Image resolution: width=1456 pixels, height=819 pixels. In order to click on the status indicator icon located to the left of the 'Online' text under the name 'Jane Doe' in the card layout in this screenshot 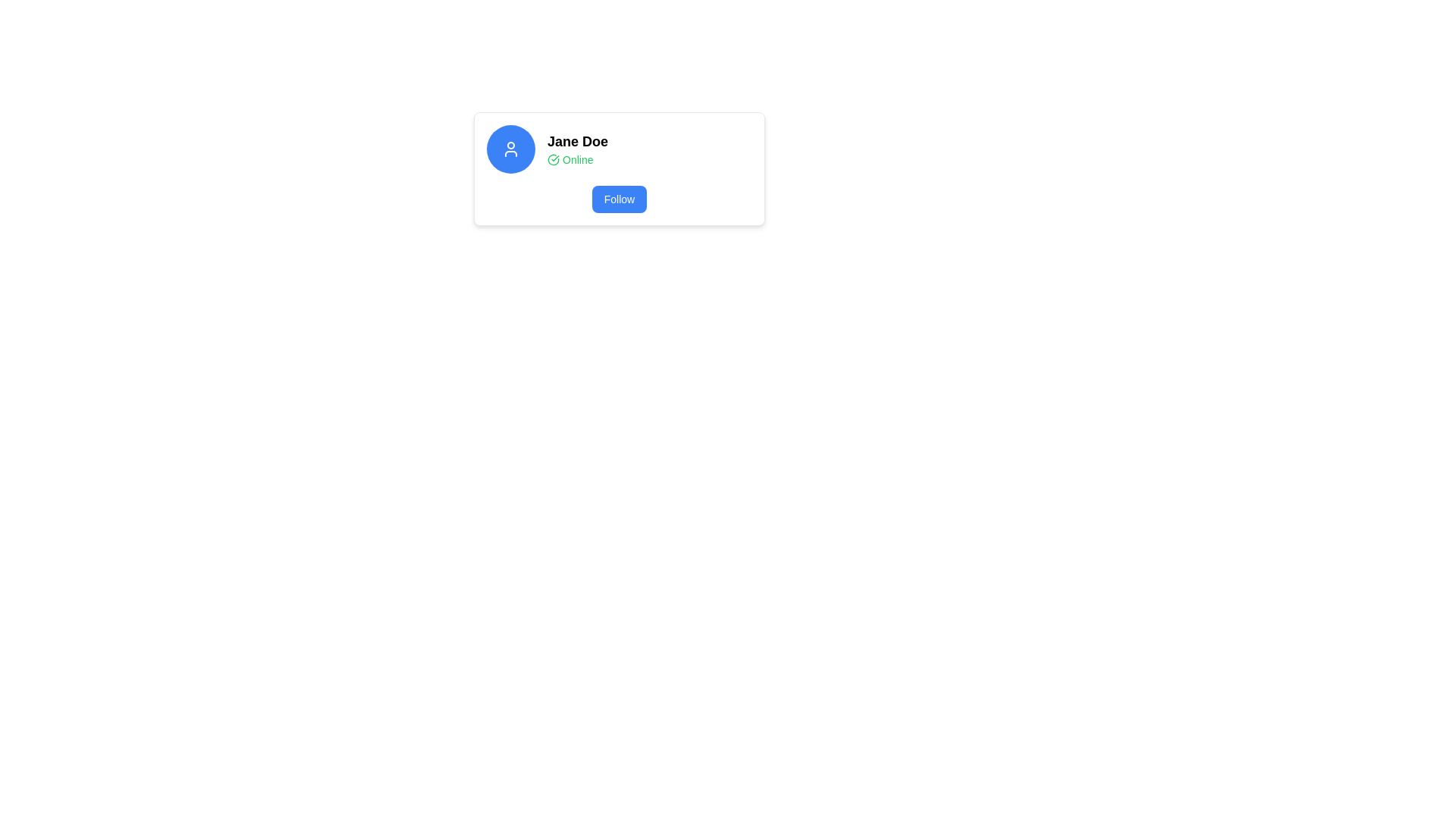, I will do `click(552, 160)`.